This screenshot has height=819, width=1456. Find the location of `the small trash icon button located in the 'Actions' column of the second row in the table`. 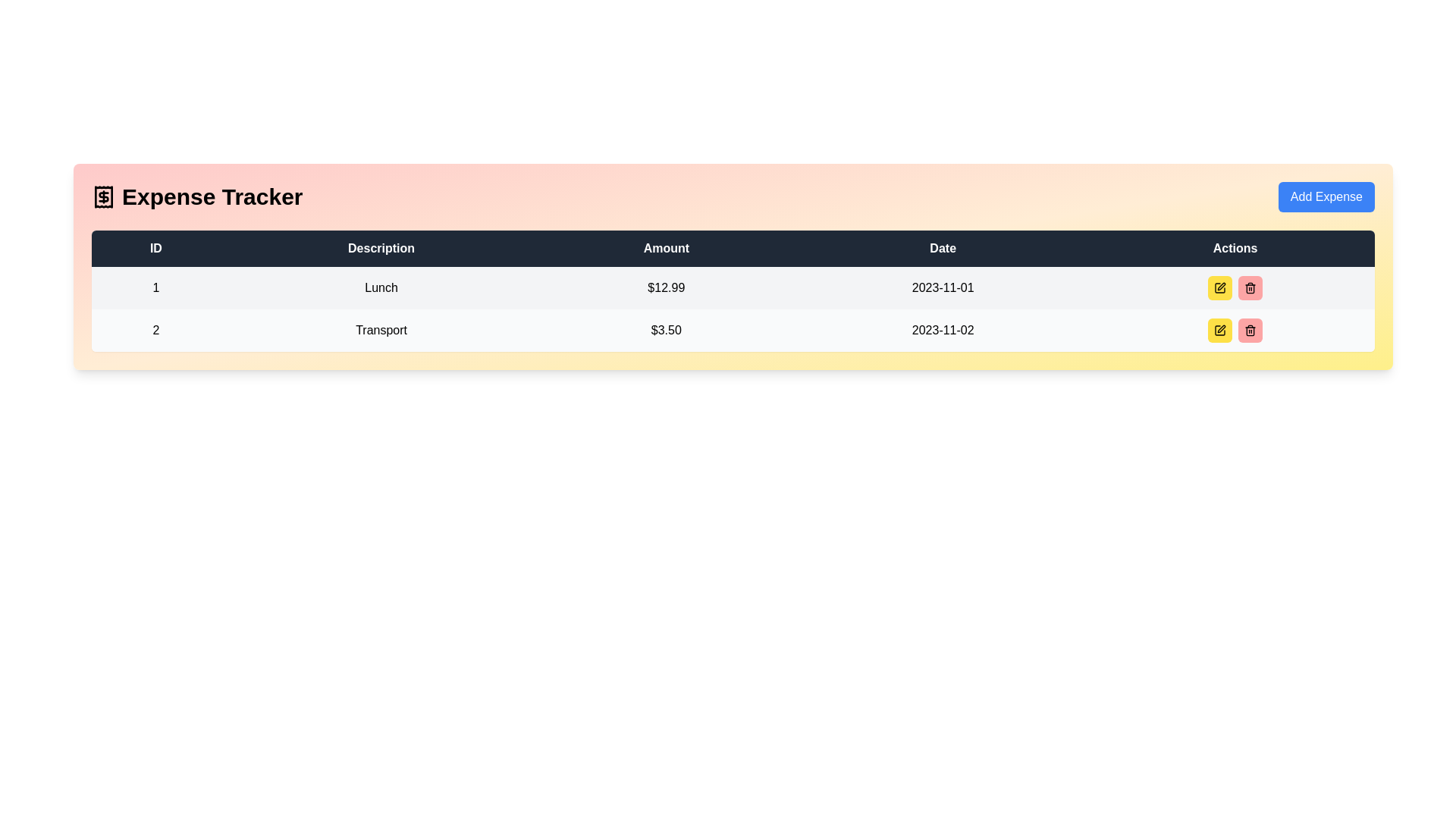

the small trash icon button located in the 'Actions' column of the second row in the table is located at coordinates (1250, 329).